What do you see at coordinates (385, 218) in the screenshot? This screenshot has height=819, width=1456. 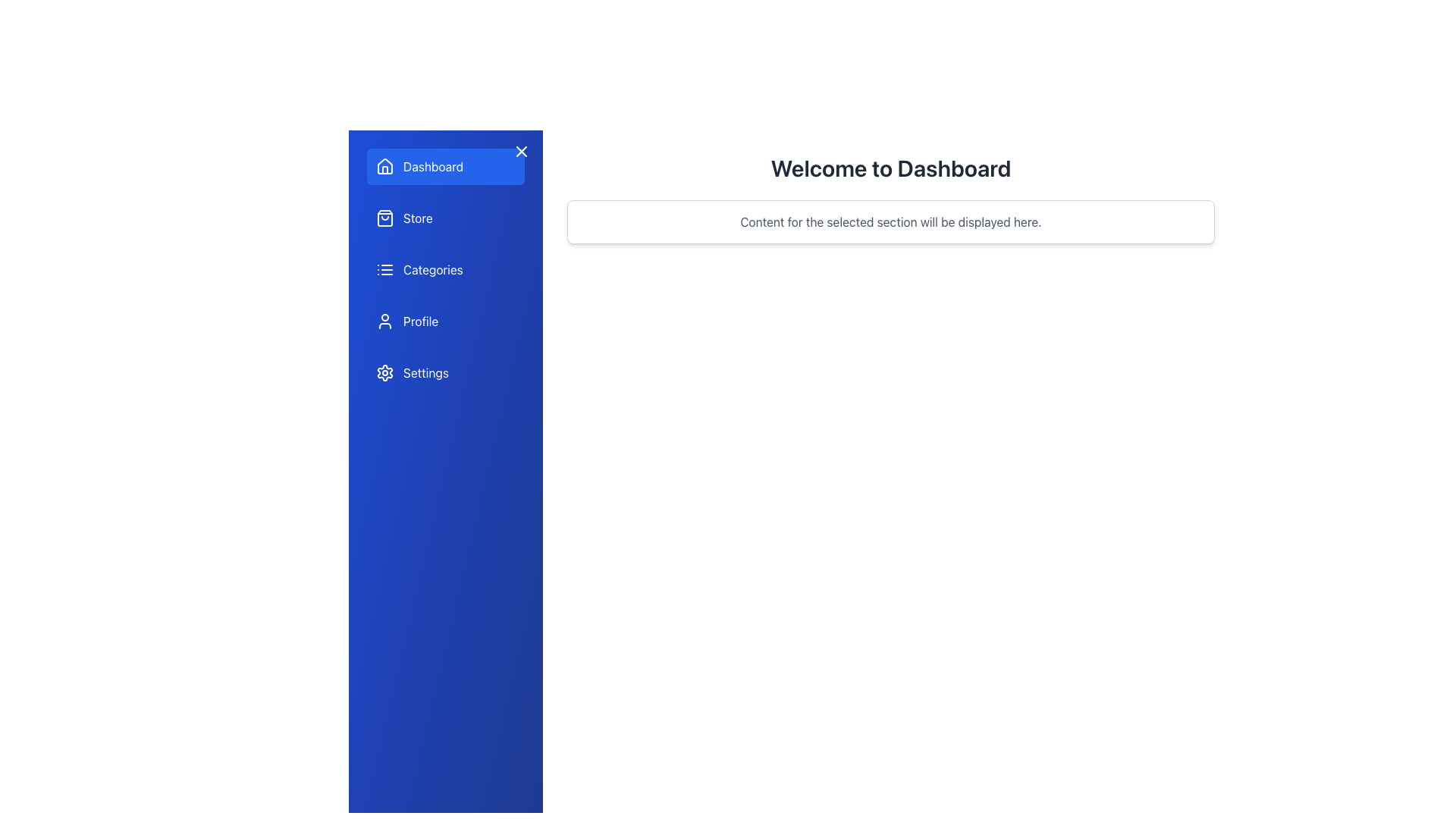 I see `the icon representing the 'Store' navigation option in the vertical menu on the left sidebar` at bounding box center [385, 218].